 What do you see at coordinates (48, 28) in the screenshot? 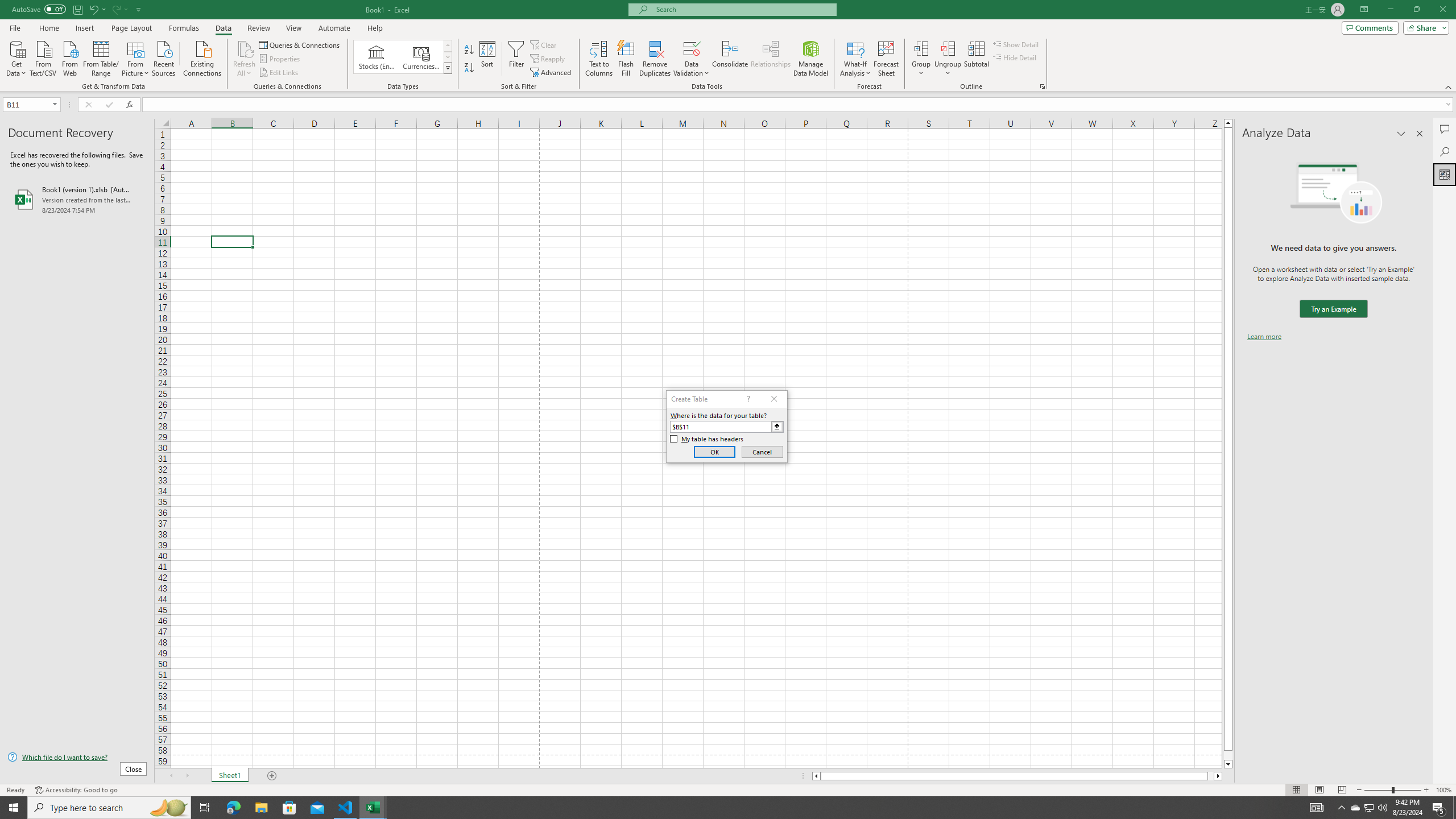
I see `'Home'` at bounding box center [48, 28].